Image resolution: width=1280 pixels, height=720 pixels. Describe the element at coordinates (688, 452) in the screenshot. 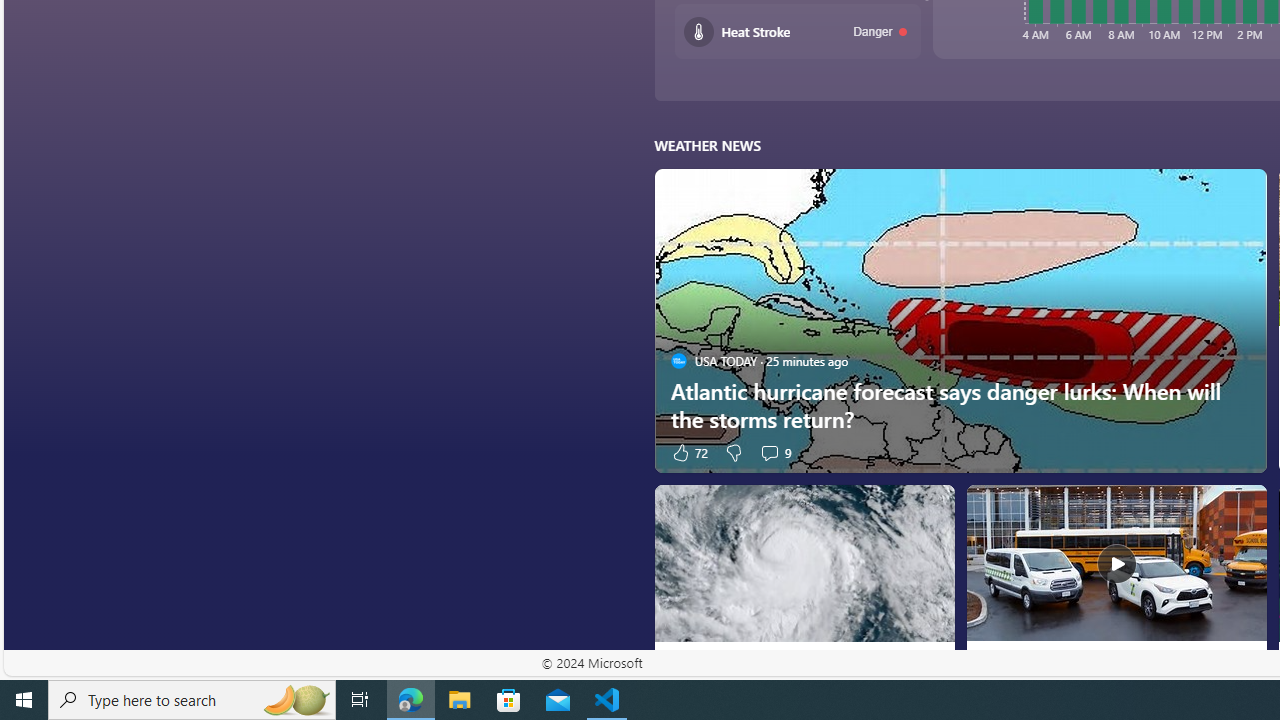

I see `'72 Like'` at that location.